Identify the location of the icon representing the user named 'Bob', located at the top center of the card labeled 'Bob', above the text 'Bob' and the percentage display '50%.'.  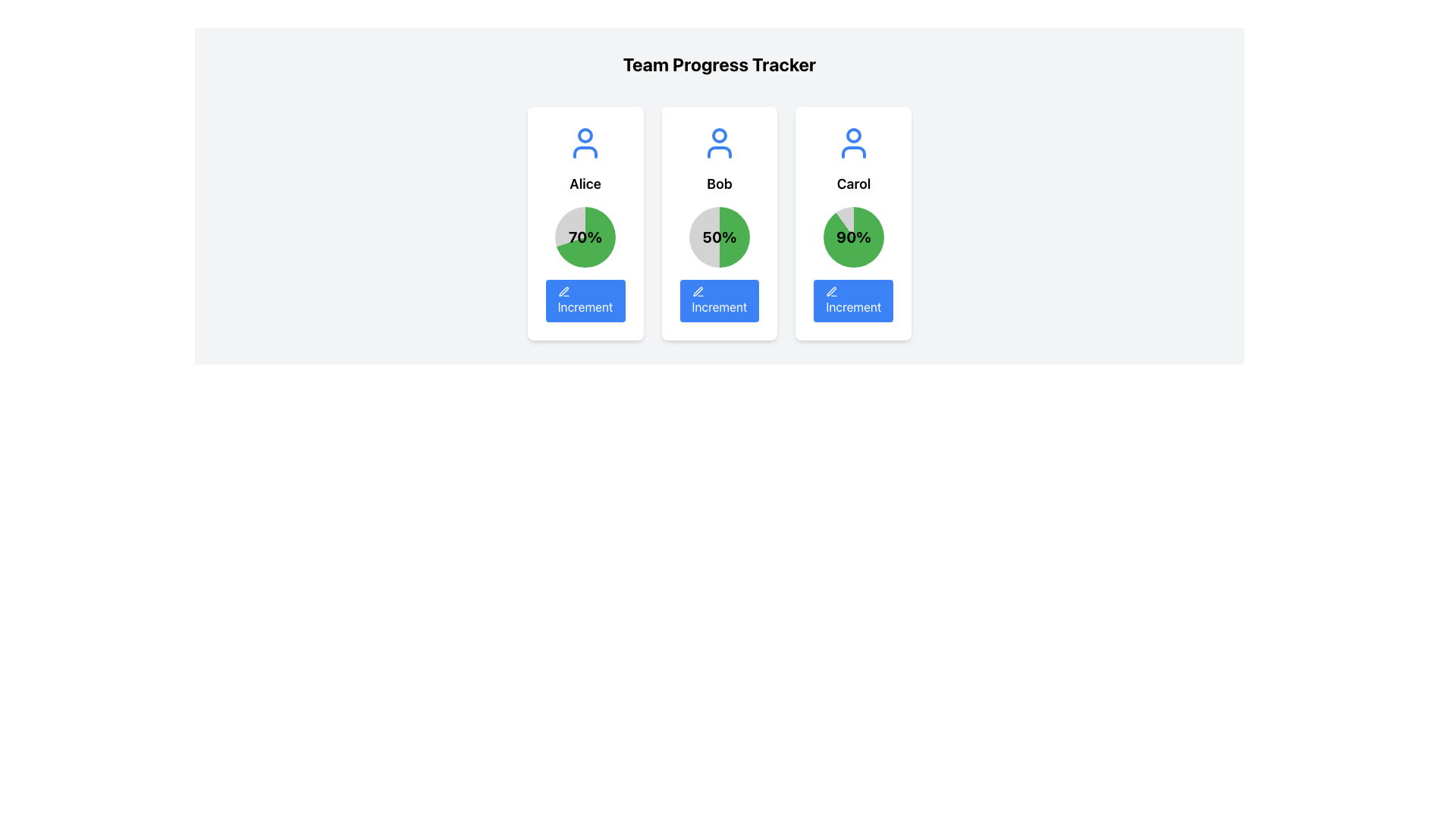
(719, 143).